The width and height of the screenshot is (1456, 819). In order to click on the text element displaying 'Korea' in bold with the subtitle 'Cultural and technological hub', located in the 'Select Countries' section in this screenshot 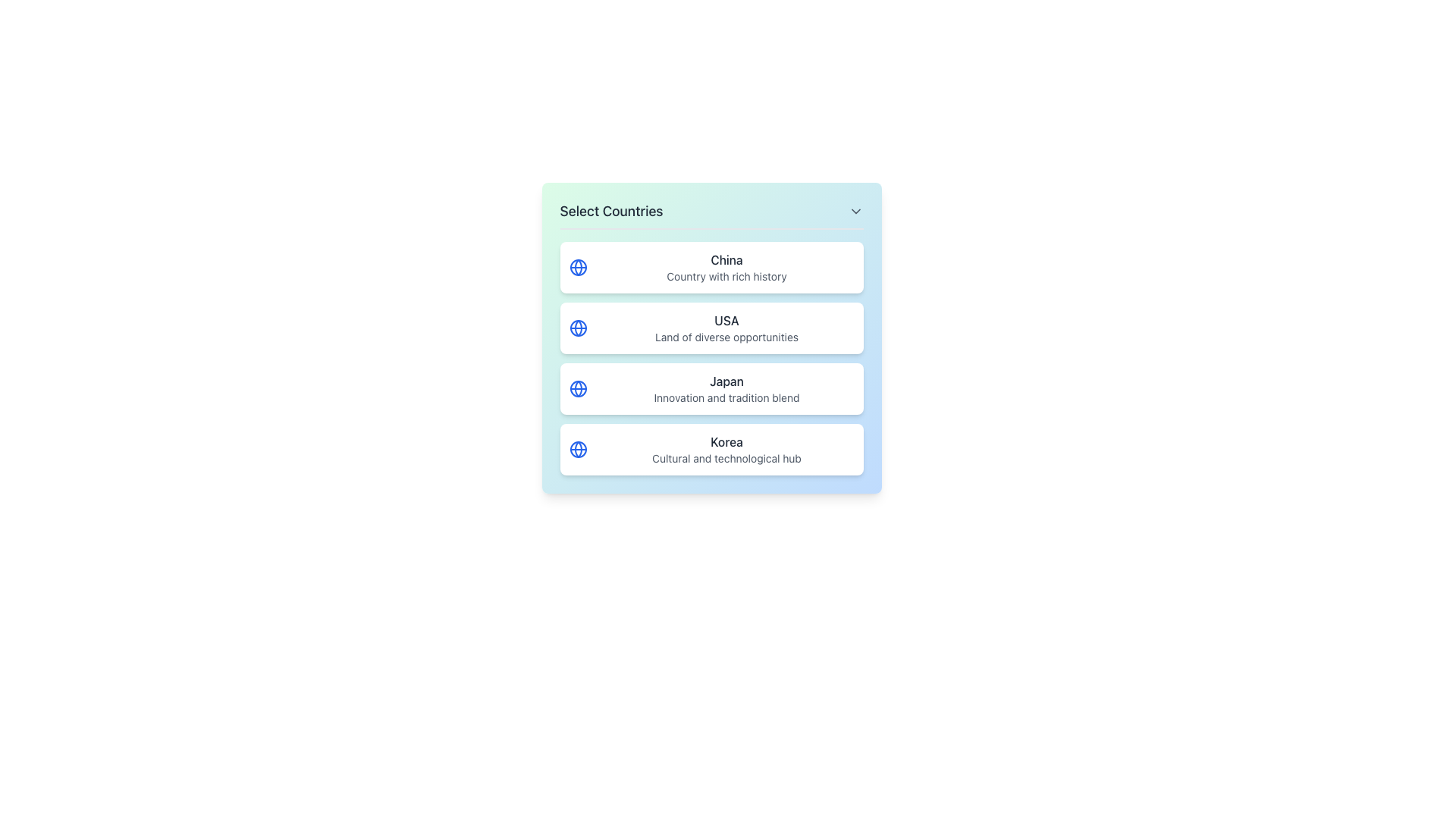, I will do `click(726, 449)`.